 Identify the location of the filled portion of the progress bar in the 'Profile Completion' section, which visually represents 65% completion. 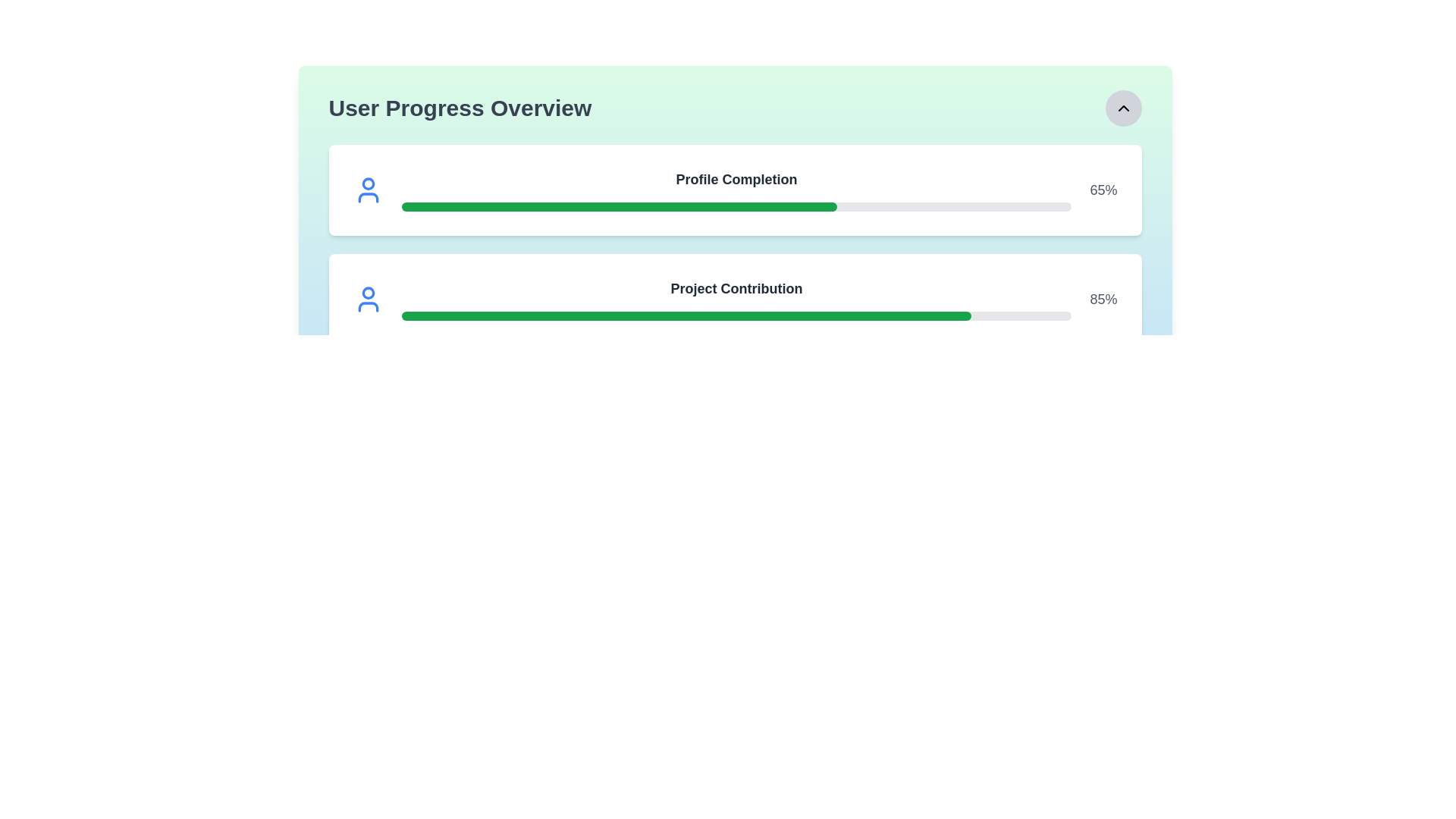
(619, 207).